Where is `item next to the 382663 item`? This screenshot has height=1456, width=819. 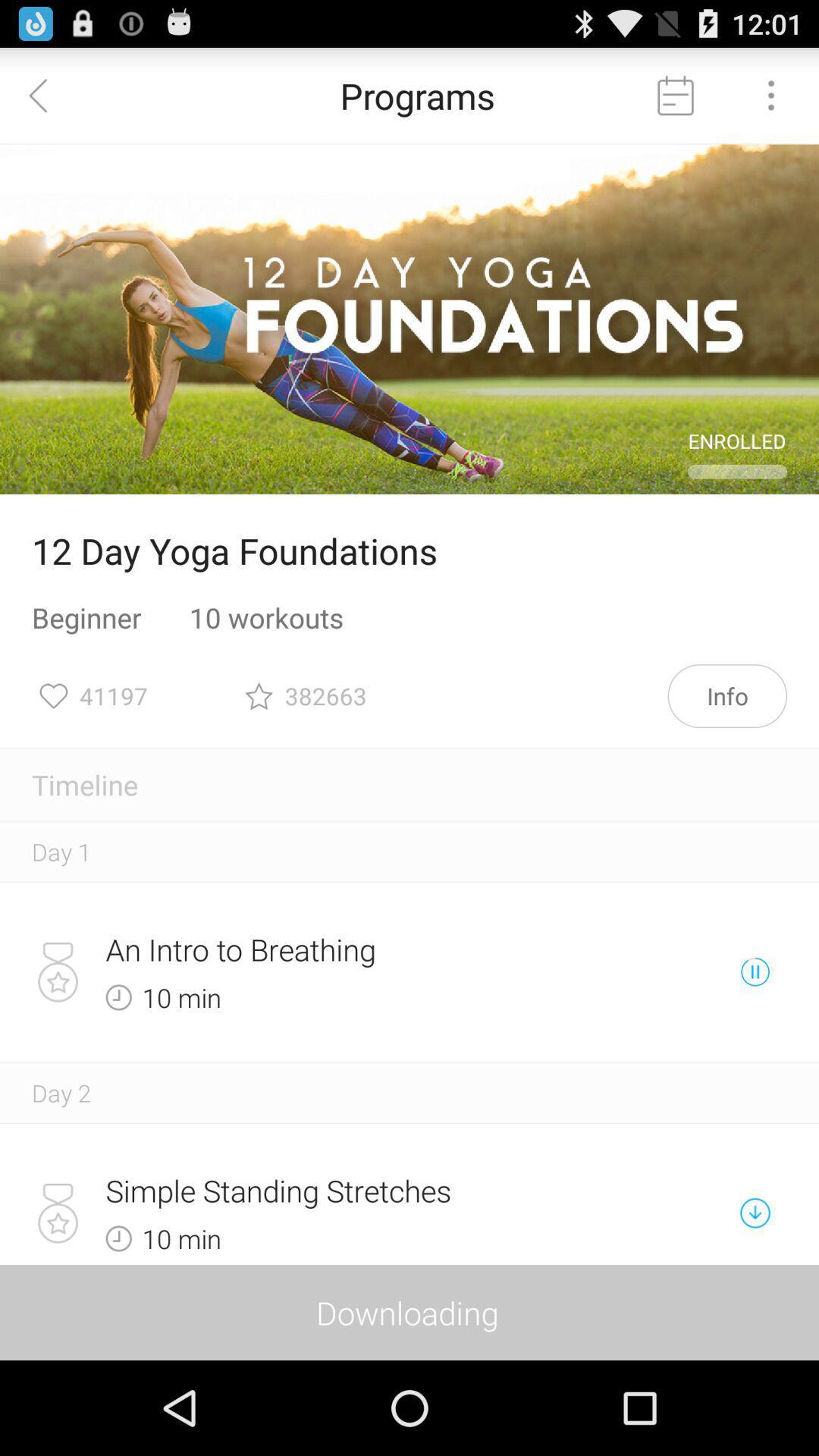 item next to the 382663 item is located at coordinates (726, 695).